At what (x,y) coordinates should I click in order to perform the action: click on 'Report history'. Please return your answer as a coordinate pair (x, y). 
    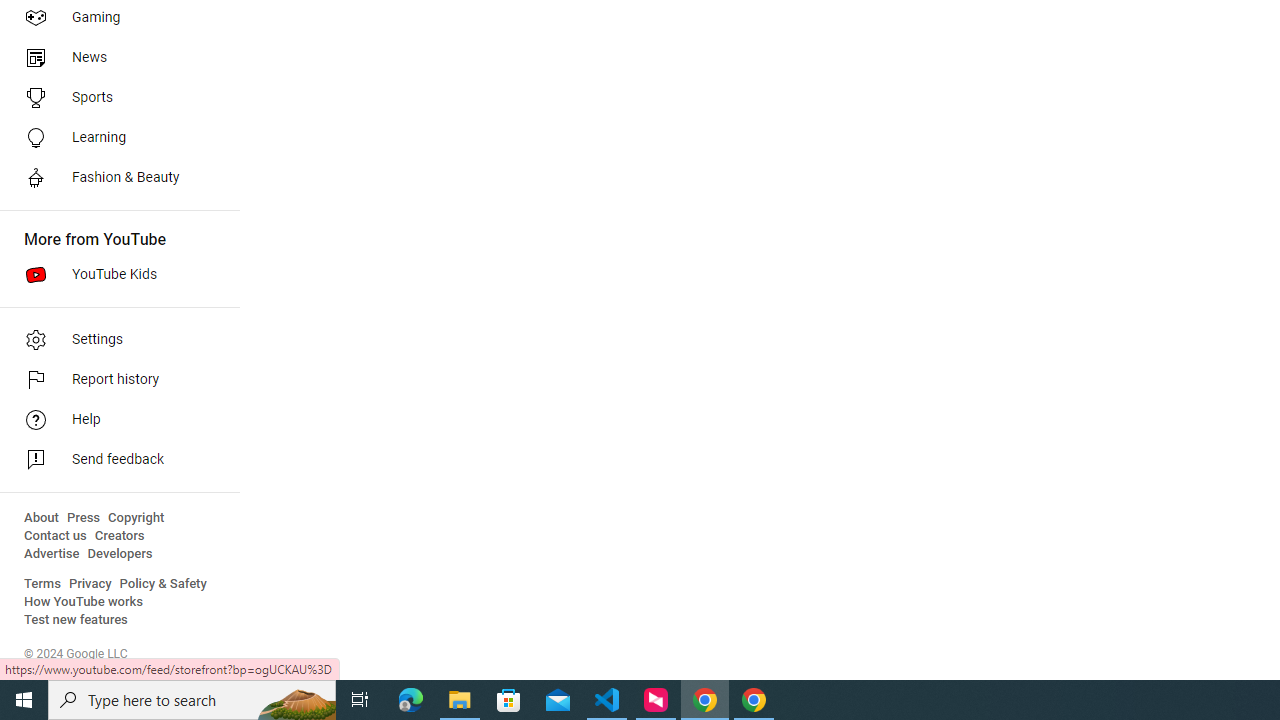
    Looking at the image, I should click on (112, 380).